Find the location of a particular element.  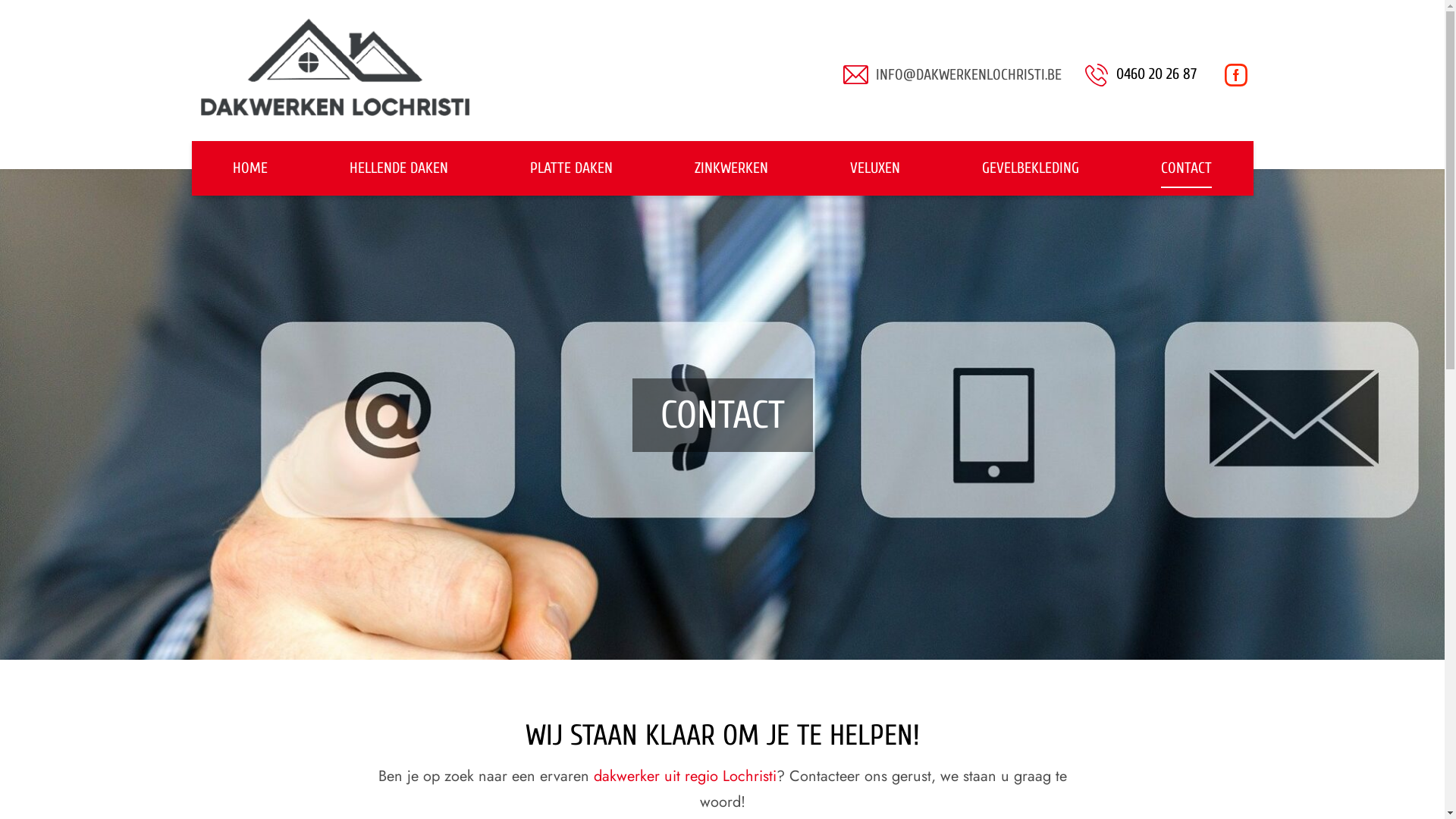

'ZINKWERKEN' is located at coordinates (694, 168).